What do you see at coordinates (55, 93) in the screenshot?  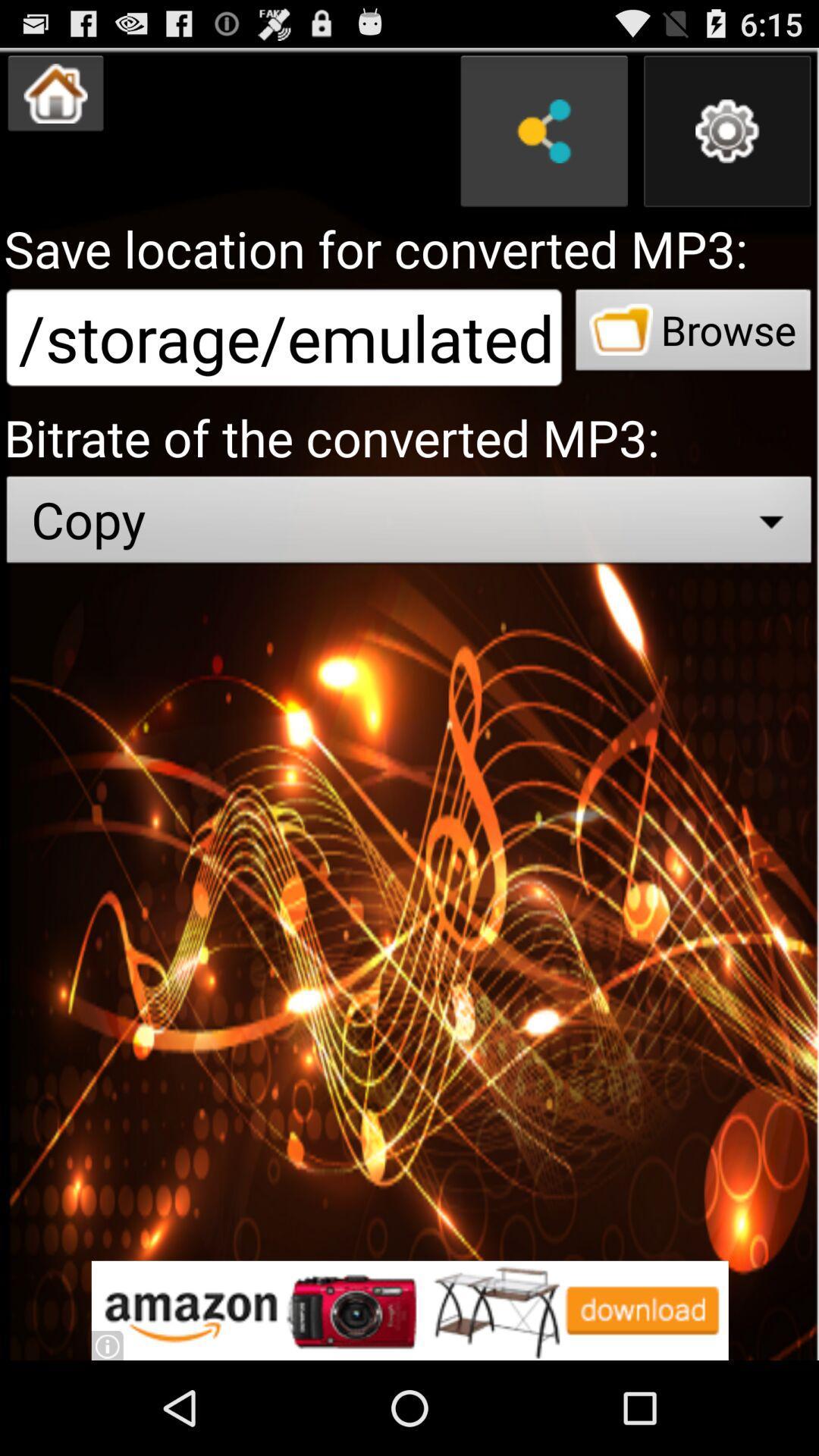 I see `home` at bounding box center [55, 93].